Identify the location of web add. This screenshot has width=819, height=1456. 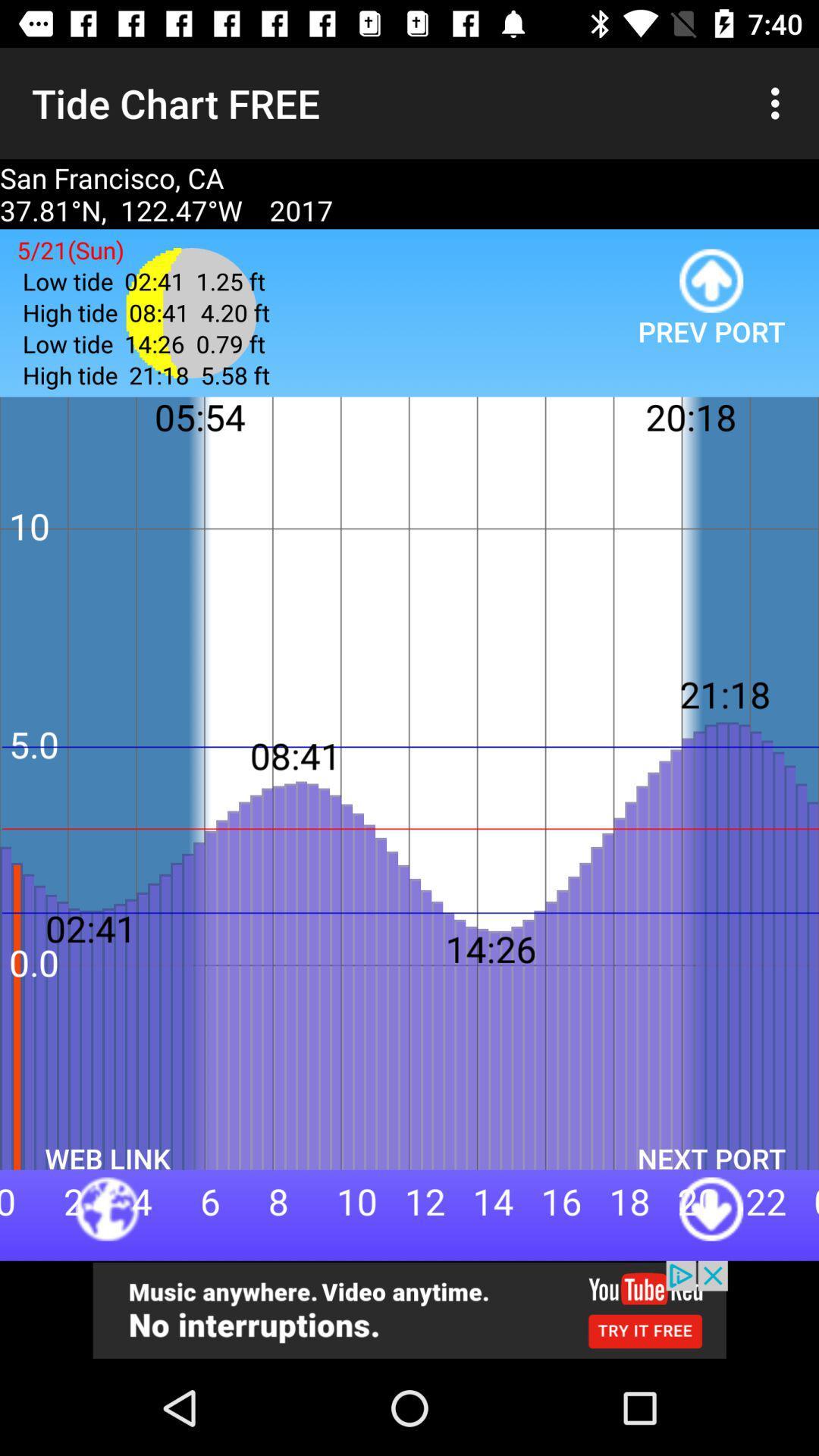
(409, 1310).